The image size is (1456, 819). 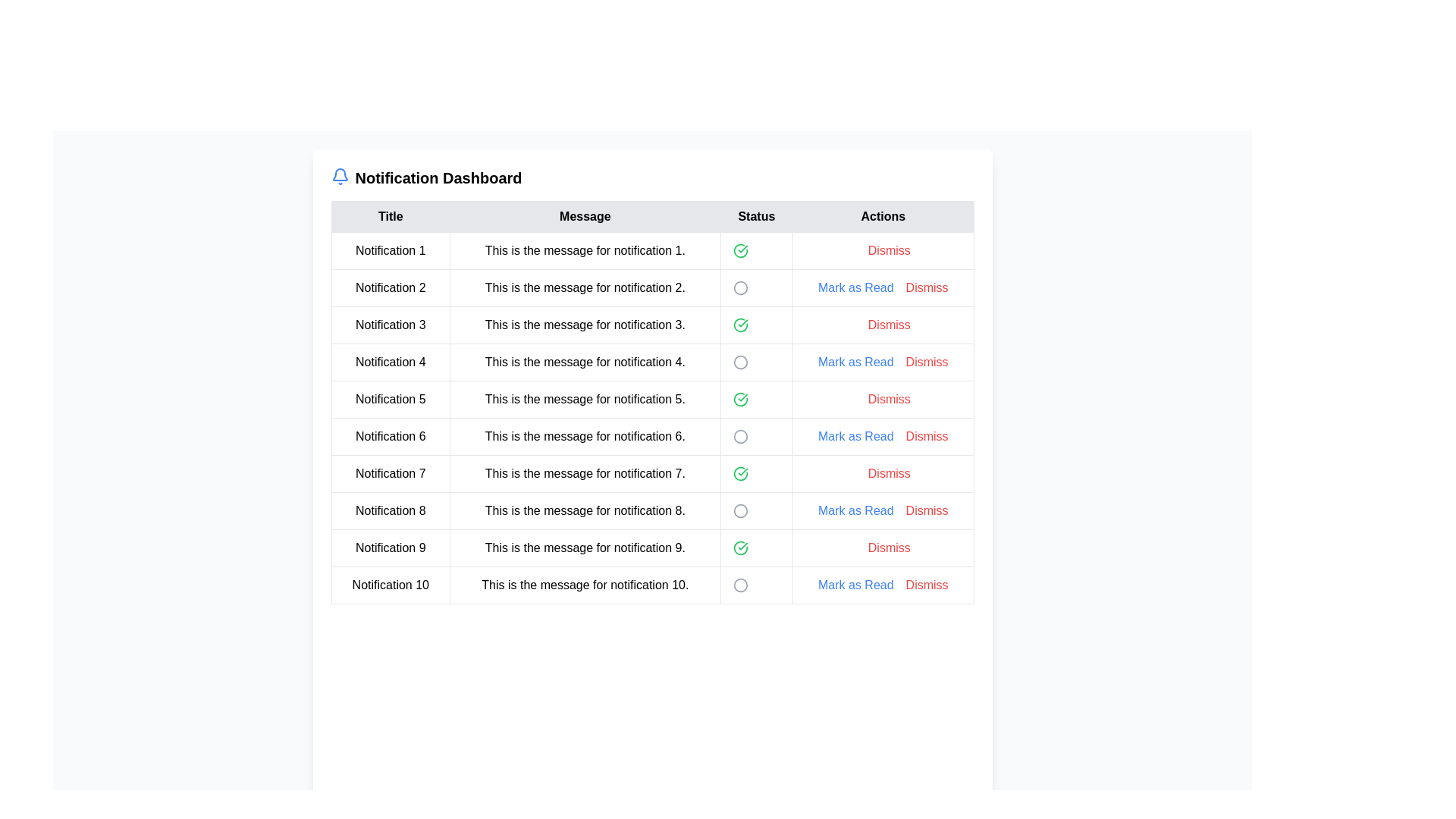 I want to click on the Text label in the eighth row of the notification table under the 'Title' column to identify the specific notification, so click(x=391, y=511).